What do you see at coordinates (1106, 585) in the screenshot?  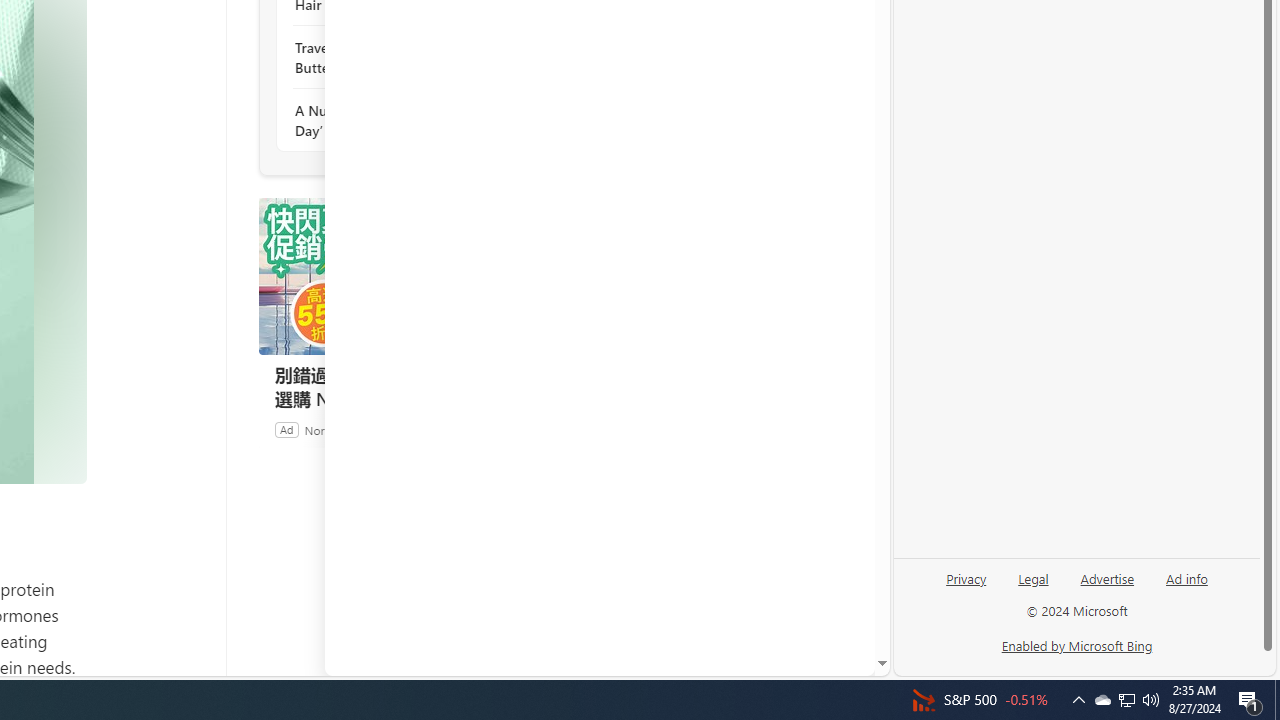 I see `'Advertise'` at bounding box center [1106, 585].